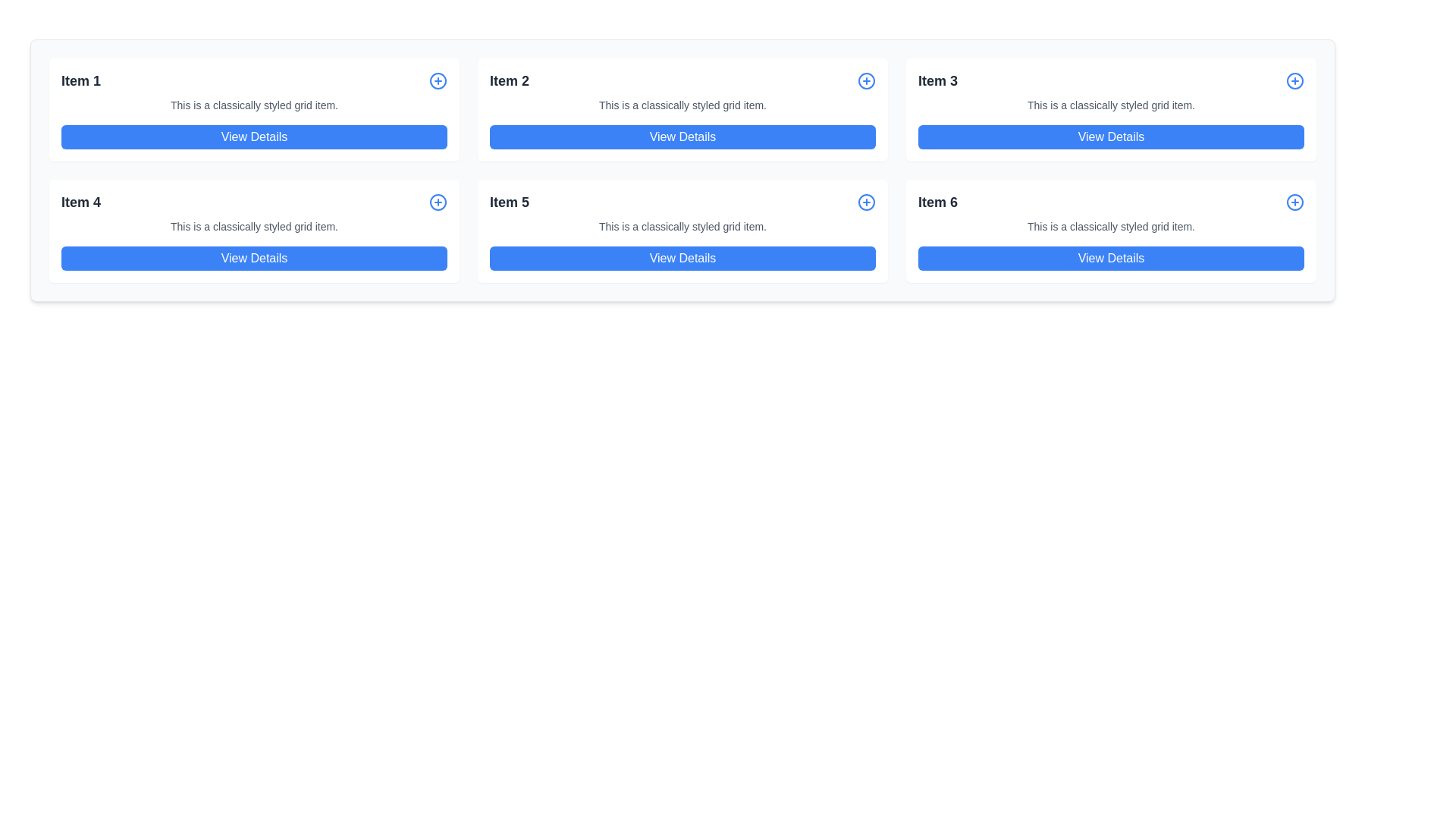  I want to click on the non-interactive Text label that provides additional information about the grid item 'Item 5', located below the title 'Item 5' and above the 'View Details' button, so click(682, 227).